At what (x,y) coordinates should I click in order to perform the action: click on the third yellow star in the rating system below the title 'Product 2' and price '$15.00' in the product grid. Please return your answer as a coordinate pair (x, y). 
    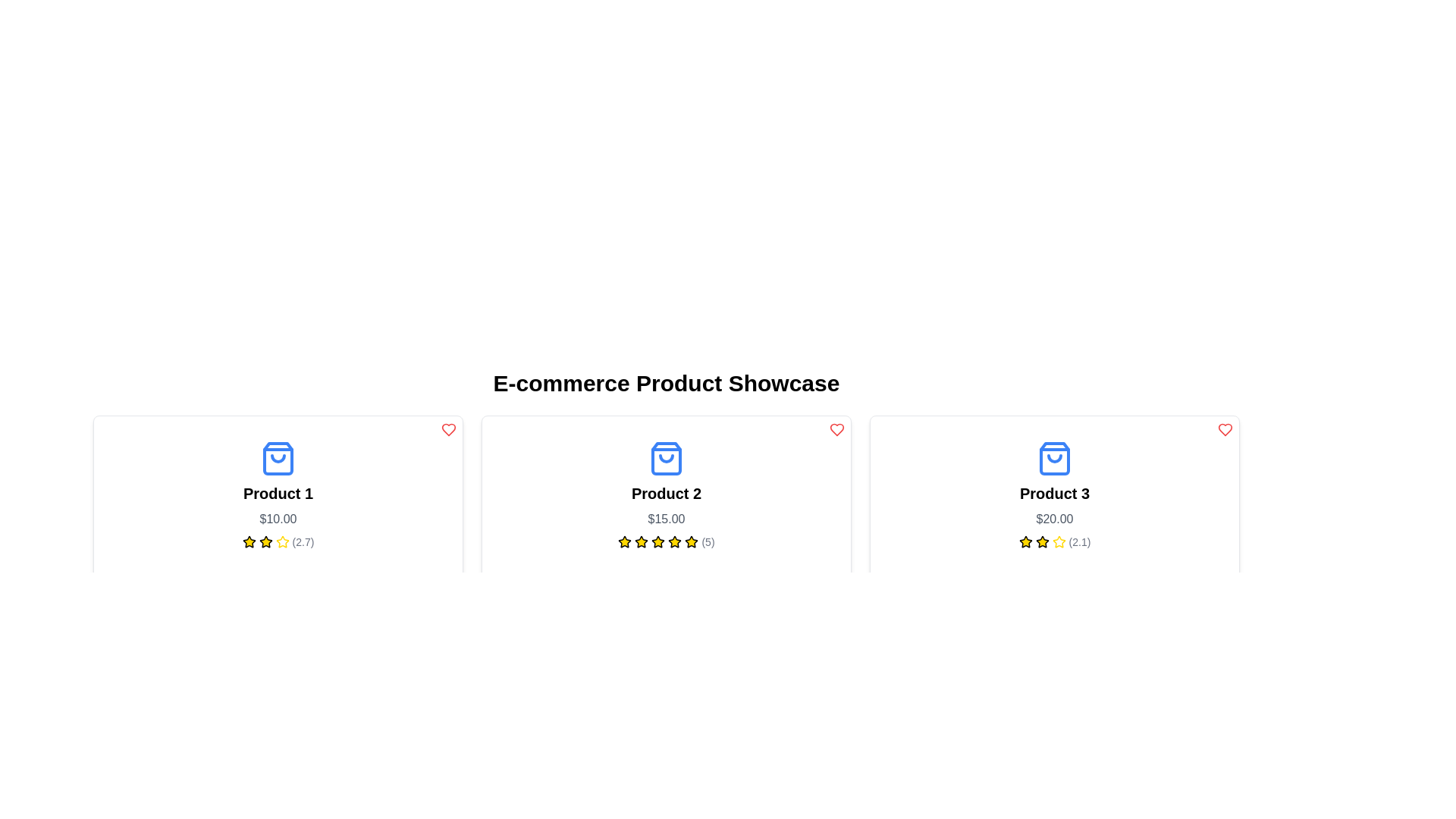
    Looking at the image, I should click on (674, 541).